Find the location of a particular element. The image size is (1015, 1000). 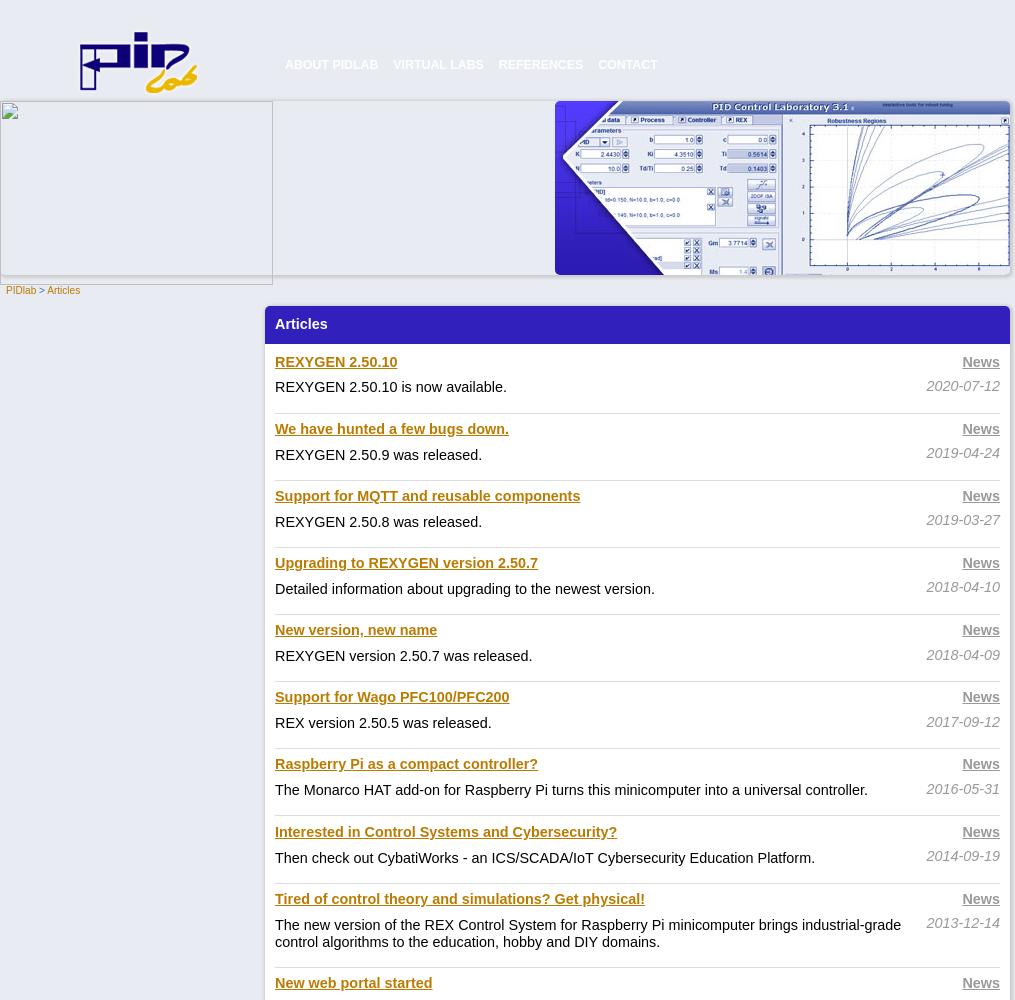

'REXYGEN 2.50.10 is now available.' is located at coordinates (390, 387).